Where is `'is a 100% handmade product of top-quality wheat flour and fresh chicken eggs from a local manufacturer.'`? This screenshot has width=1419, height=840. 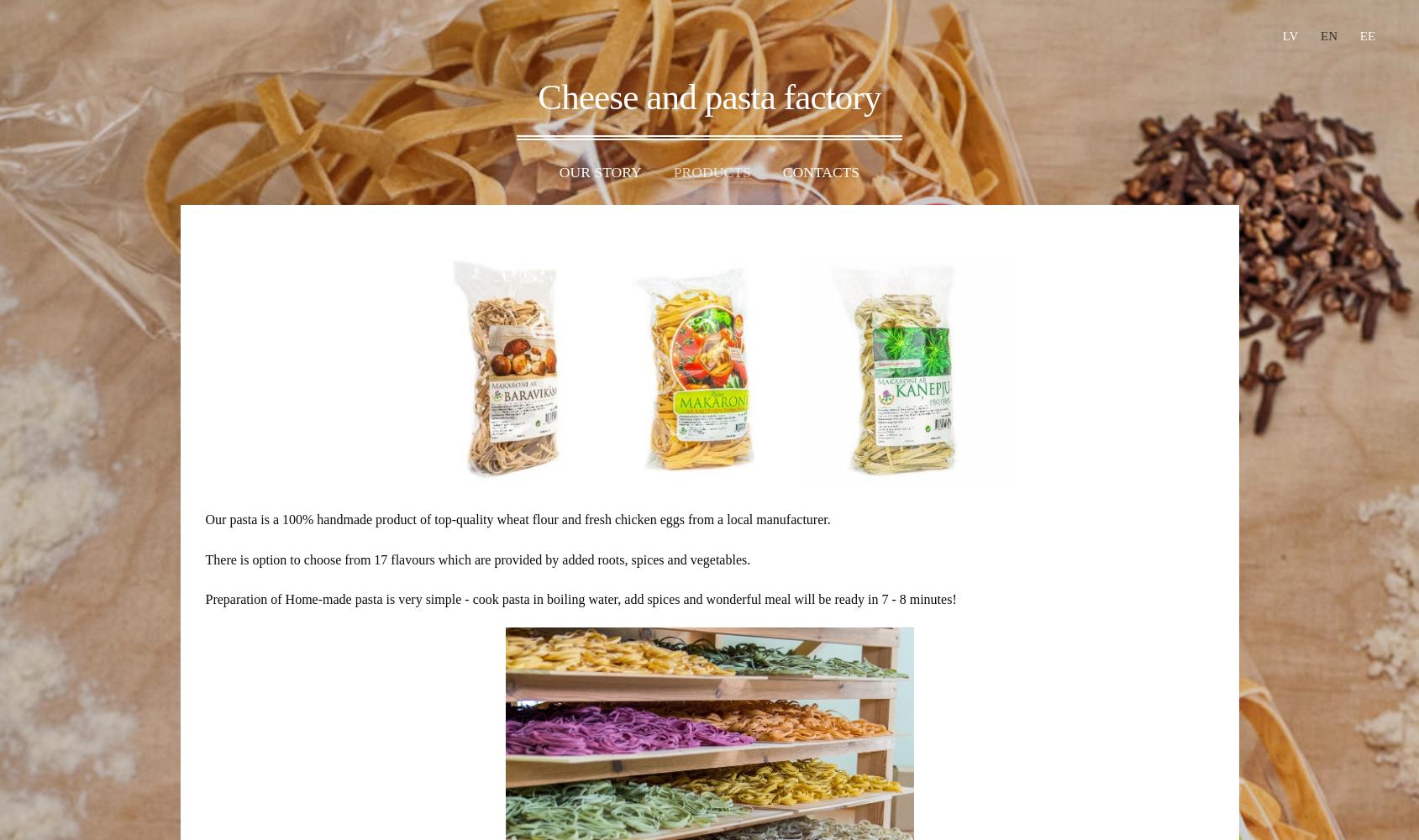 'is a 100% handmade product of top-quality wheat flour and fresh chicken eggs from a local manufacturer.' is located at coordinates (543, 518).